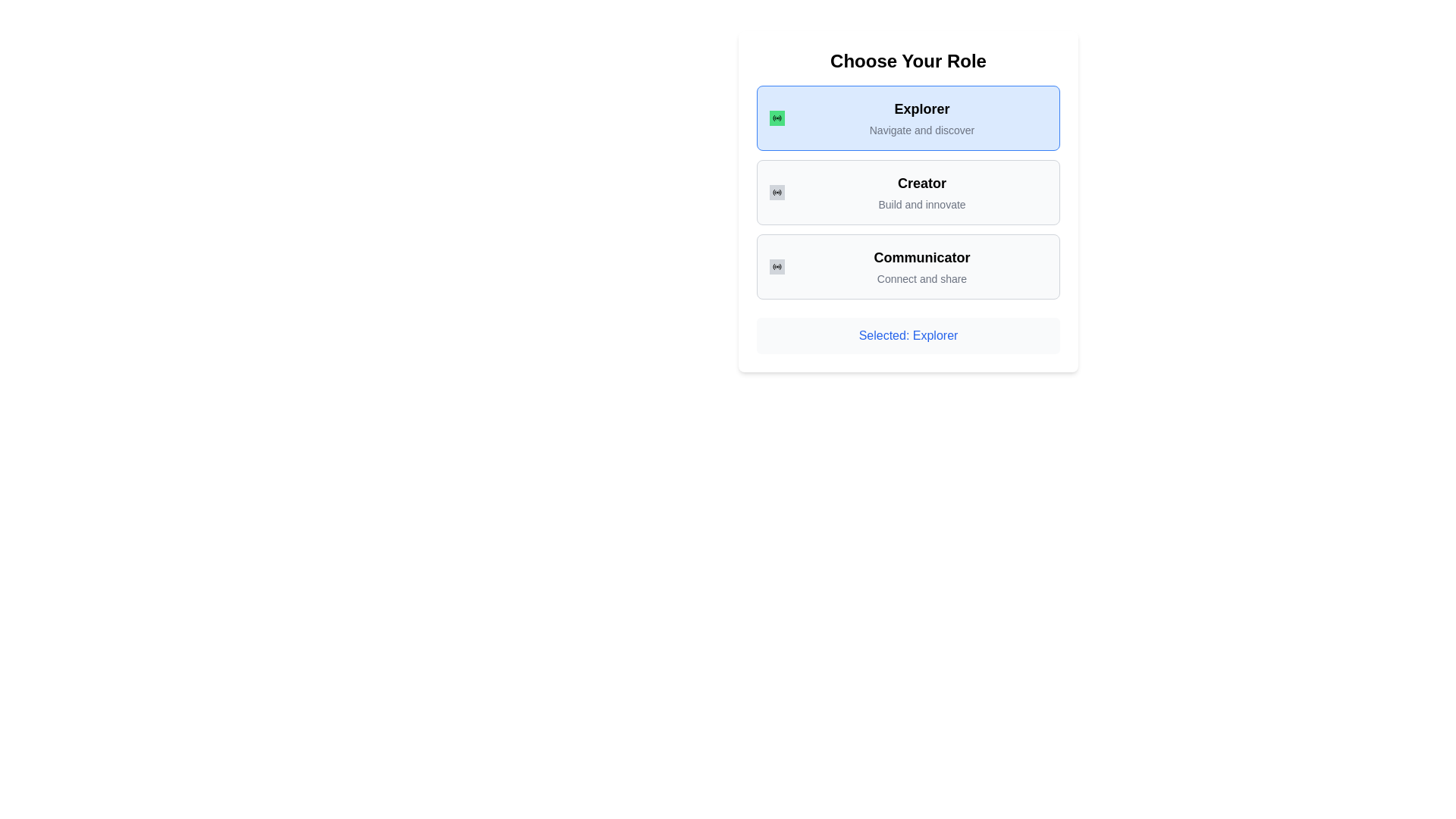 The height and width of the screenshot is (819, 1456). Describe the element at coordinates (921, 130) in the screenshot. I see `text label 'Navigate and discover', which is styled in gray and located below the 'Explorer' header in the 'Choose Your Role' interface` at that location.